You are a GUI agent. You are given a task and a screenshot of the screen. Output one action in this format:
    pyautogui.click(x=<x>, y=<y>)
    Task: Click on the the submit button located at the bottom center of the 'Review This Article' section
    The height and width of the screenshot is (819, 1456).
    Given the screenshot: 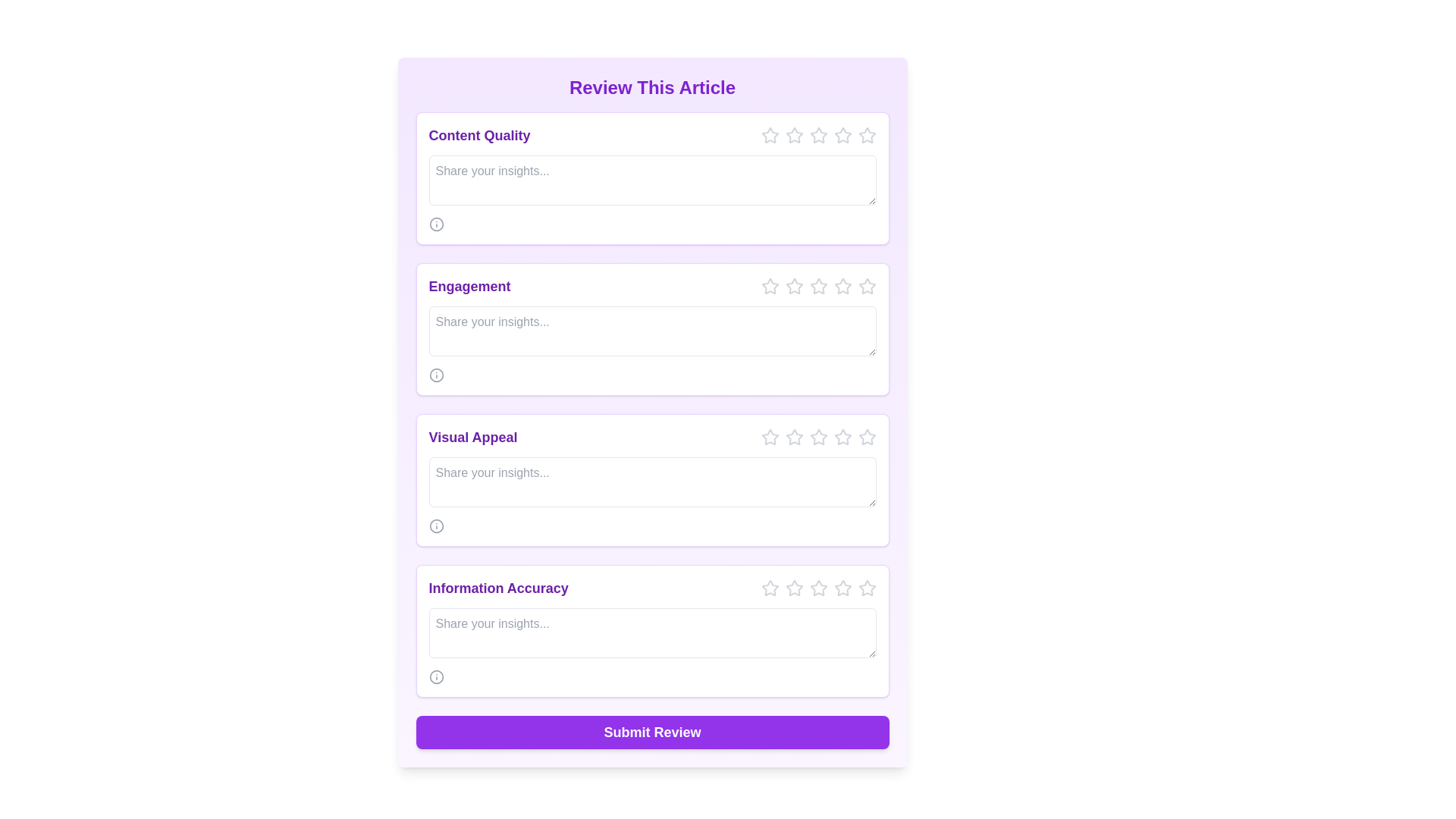 What is the action you would take?
    pyautogui.click(x=652, y=731)
    